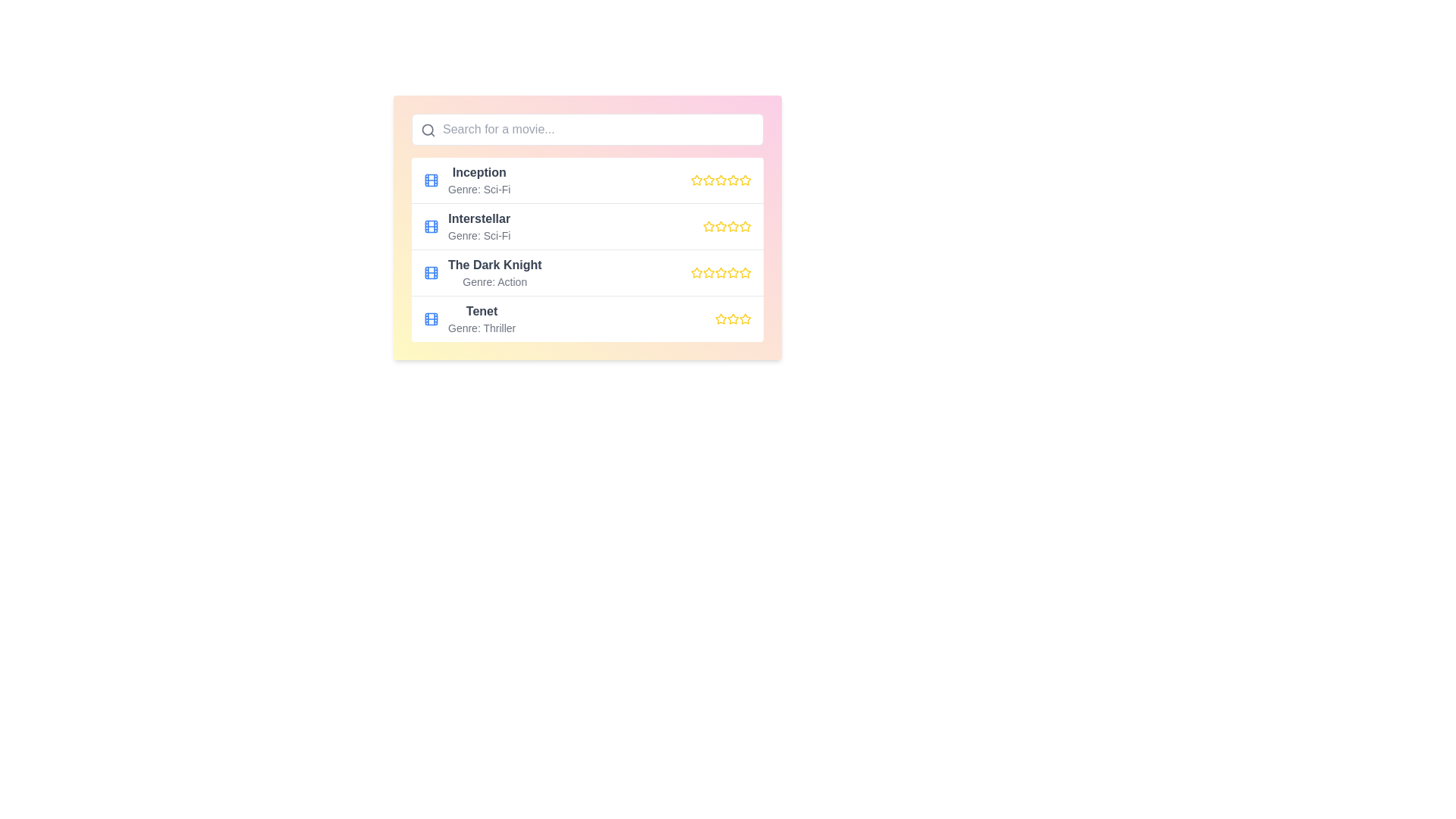  What do you see at coordinates (479, 171) in the screenshot?
I see `the title label at the top-left corner of the movie list, which signifies the name of a movie` at bounding box center [479, 171].